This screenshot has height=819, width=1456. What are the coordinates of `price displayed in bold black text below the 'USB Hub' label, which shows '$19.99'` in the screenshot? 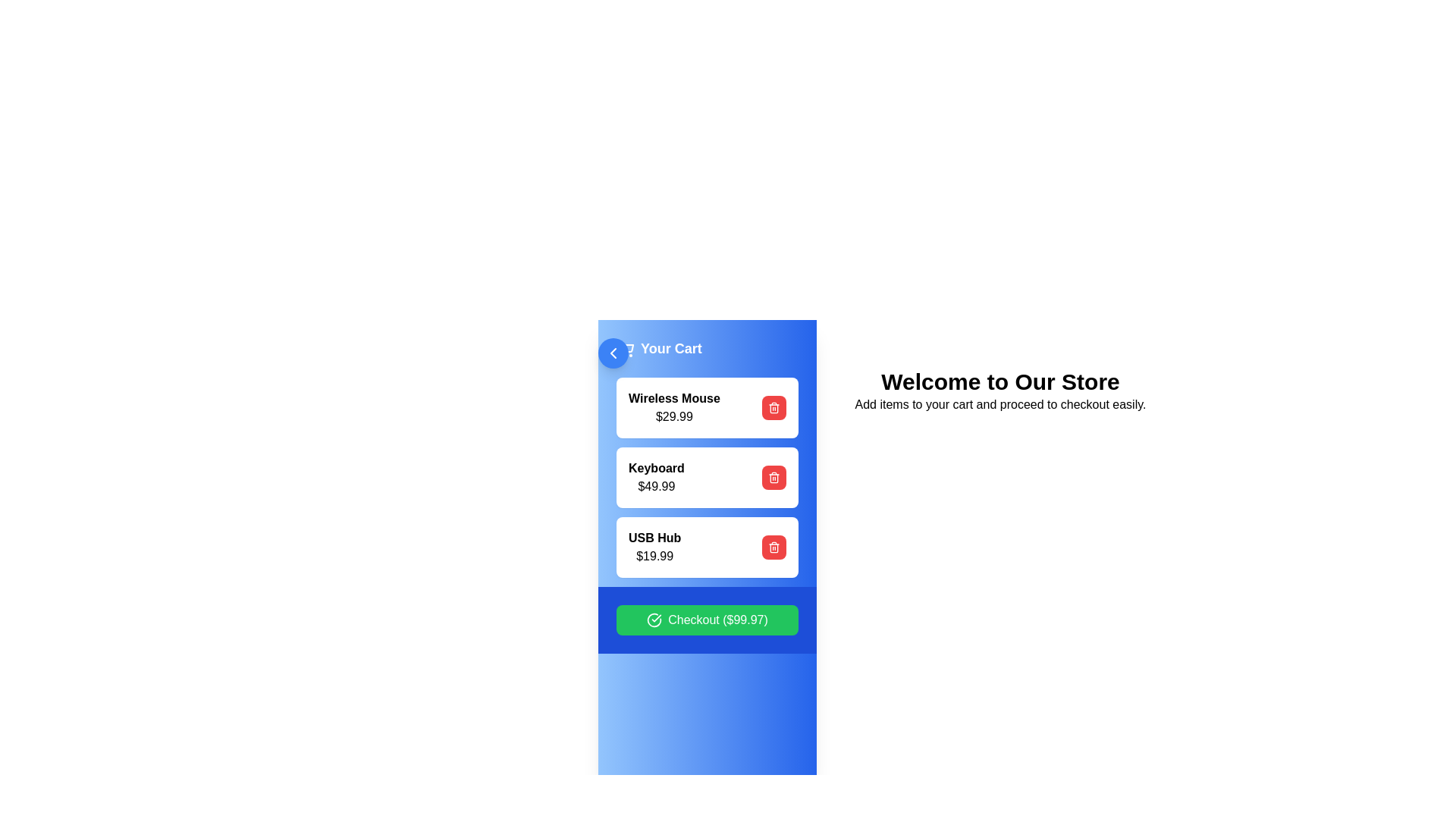 It's located at (654, 556).